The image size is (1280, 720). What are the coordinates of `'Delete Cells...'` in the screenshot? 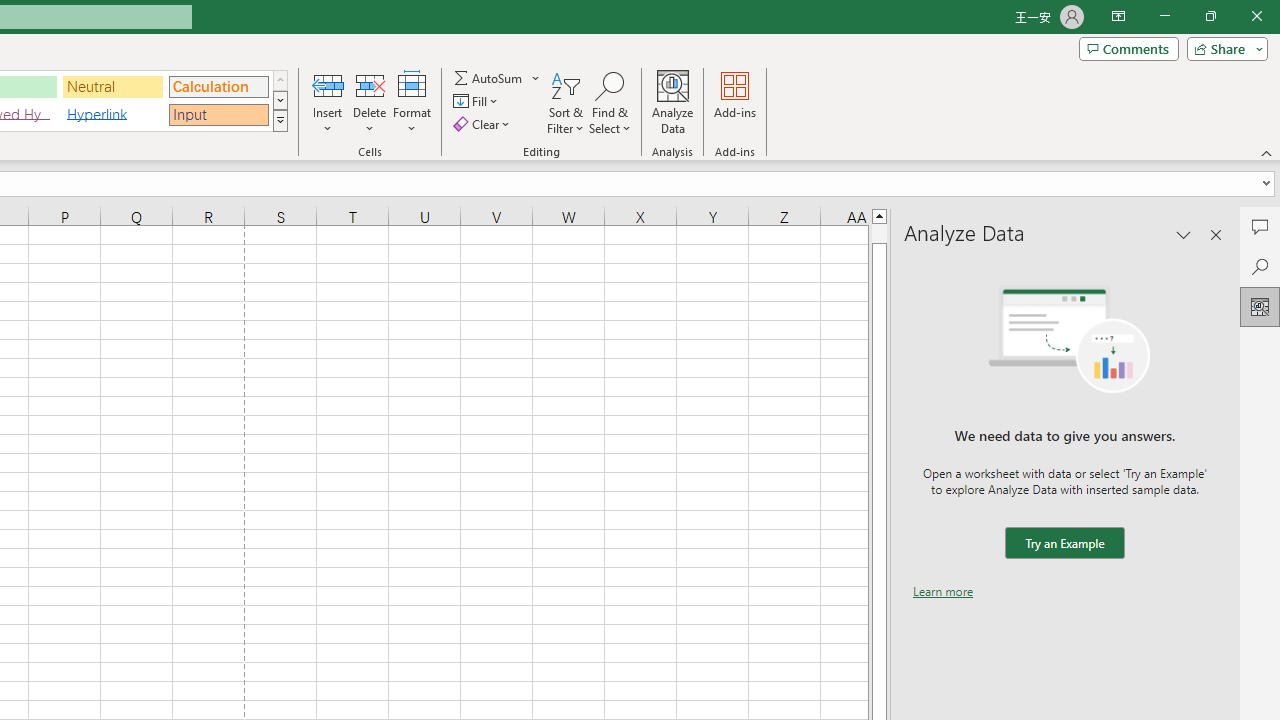 It's located at (369, 84).